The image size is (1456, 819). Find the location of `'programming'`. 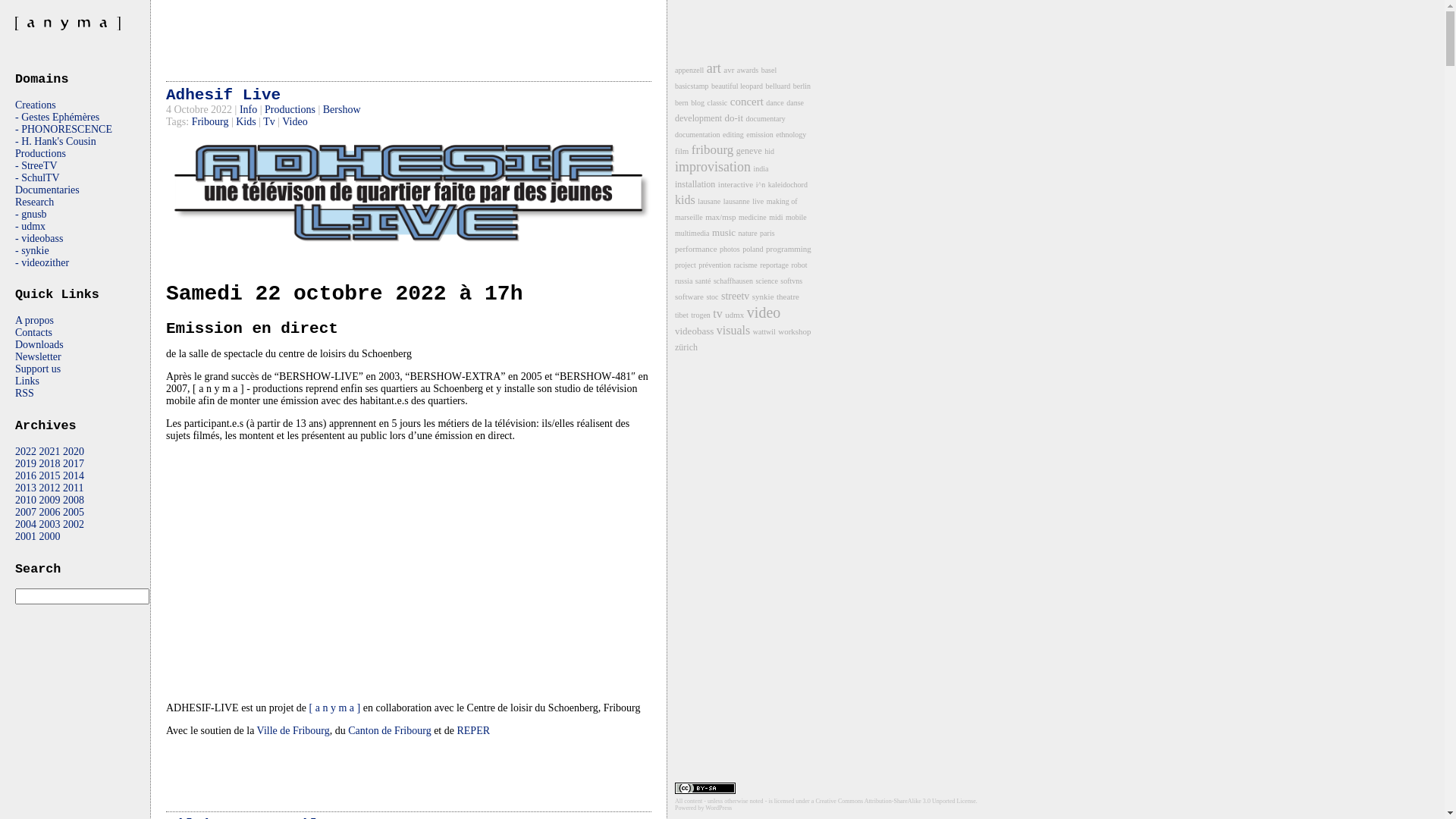

'programming' is located at coordinates (789, 247).